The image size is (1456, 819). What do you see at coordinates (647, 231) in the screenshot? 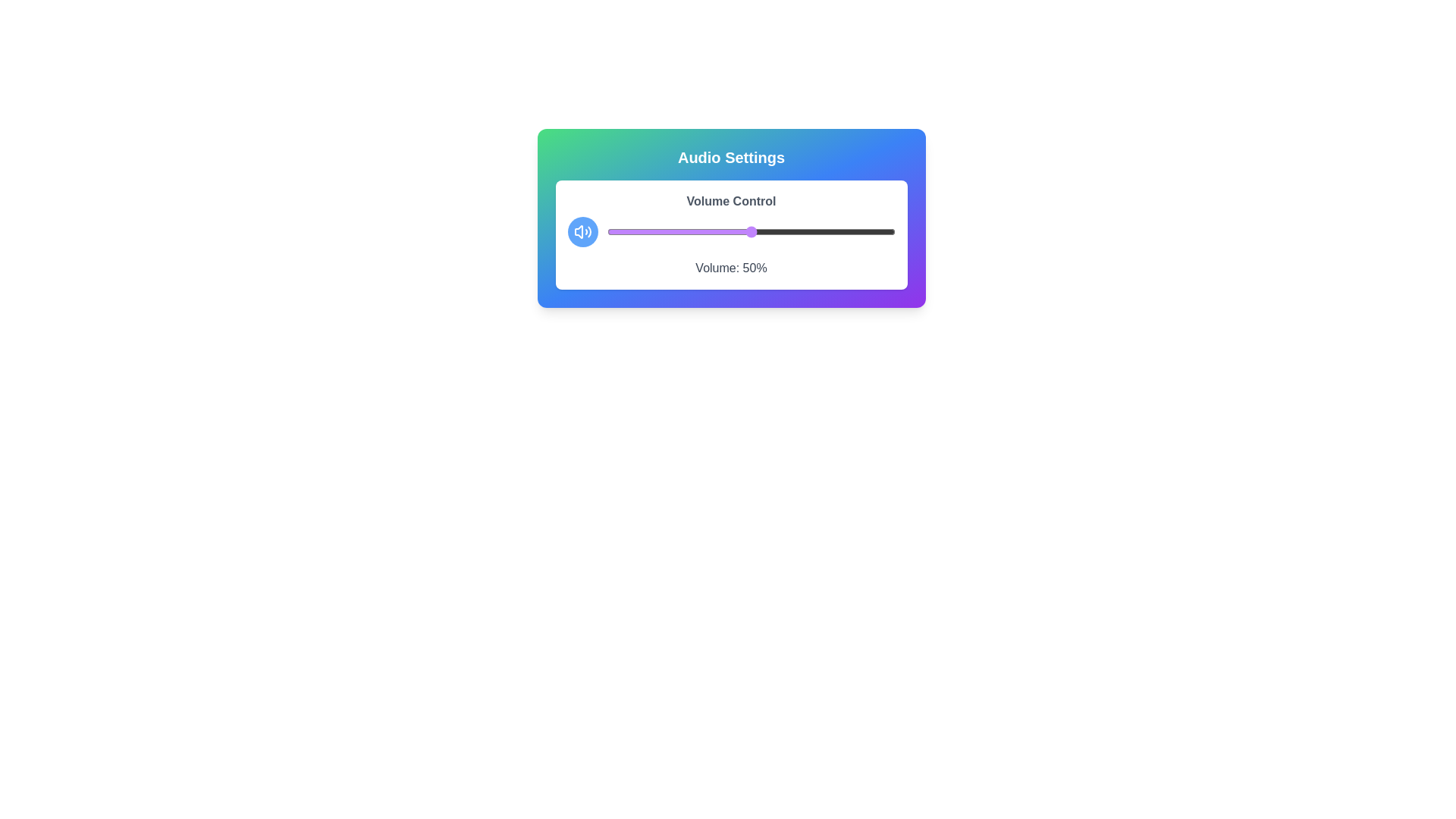
I see `volume` at bounding box center [647, 231].